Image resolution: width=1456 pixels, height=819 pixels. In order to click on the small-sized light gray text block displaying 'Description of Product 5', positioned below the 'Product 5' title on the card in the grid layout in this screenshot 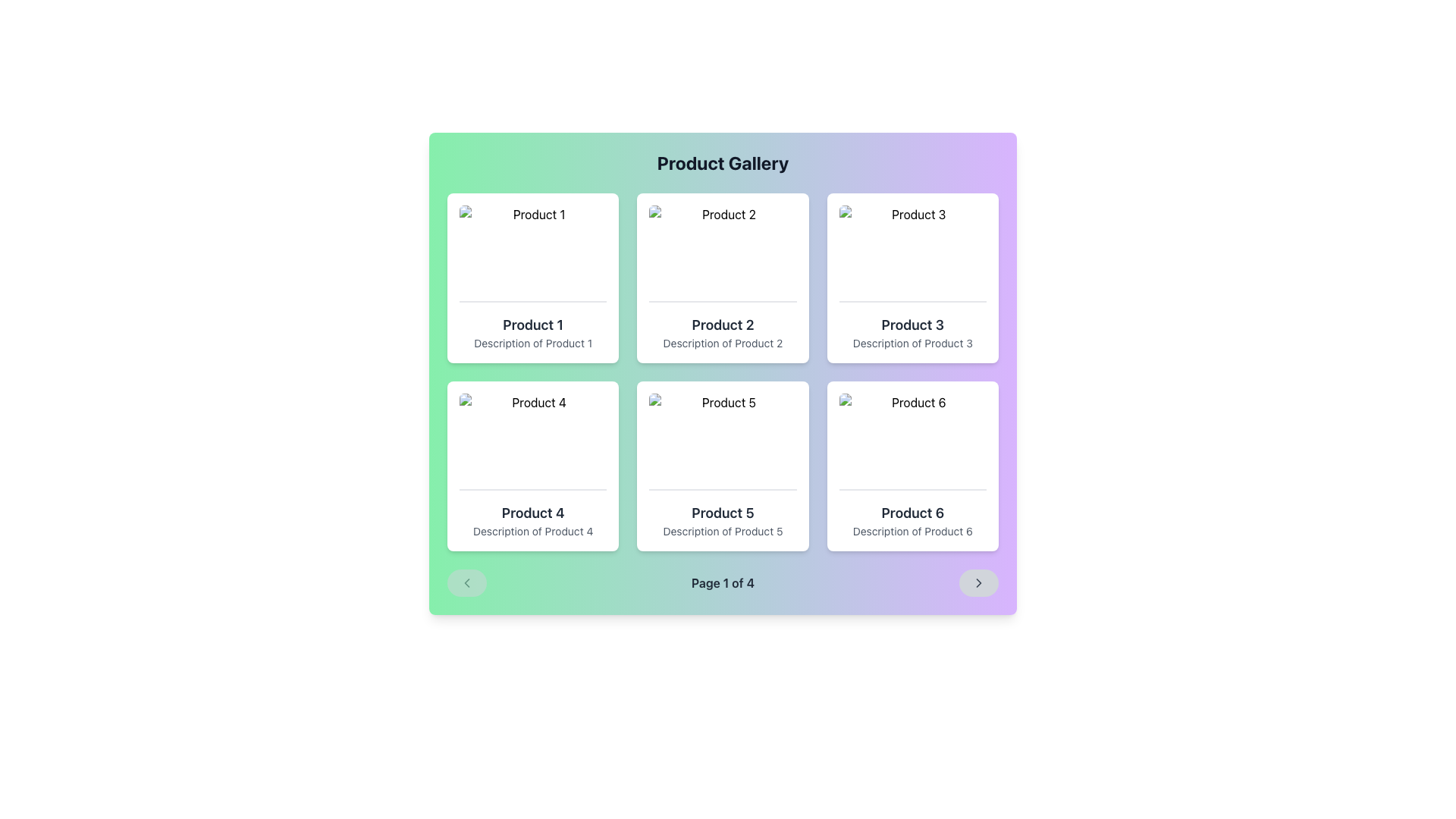, I will do `click(722, 531)`.